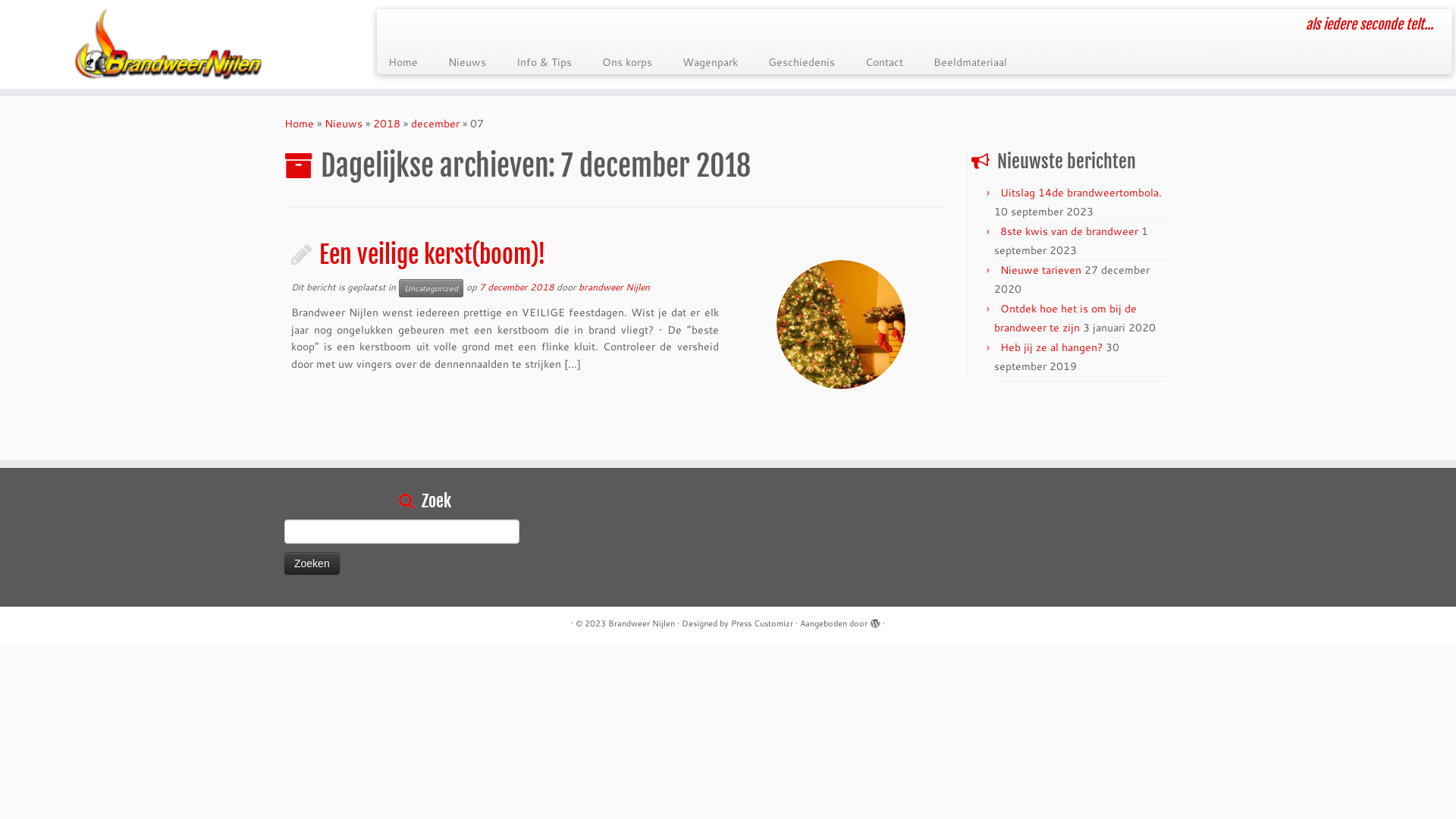 The height and width of the screenshot is (819, 1456). Describe the element at coordinates (839, 324) in the screenshot. I see `'Een veilige kerst(boom)!'` at that location.